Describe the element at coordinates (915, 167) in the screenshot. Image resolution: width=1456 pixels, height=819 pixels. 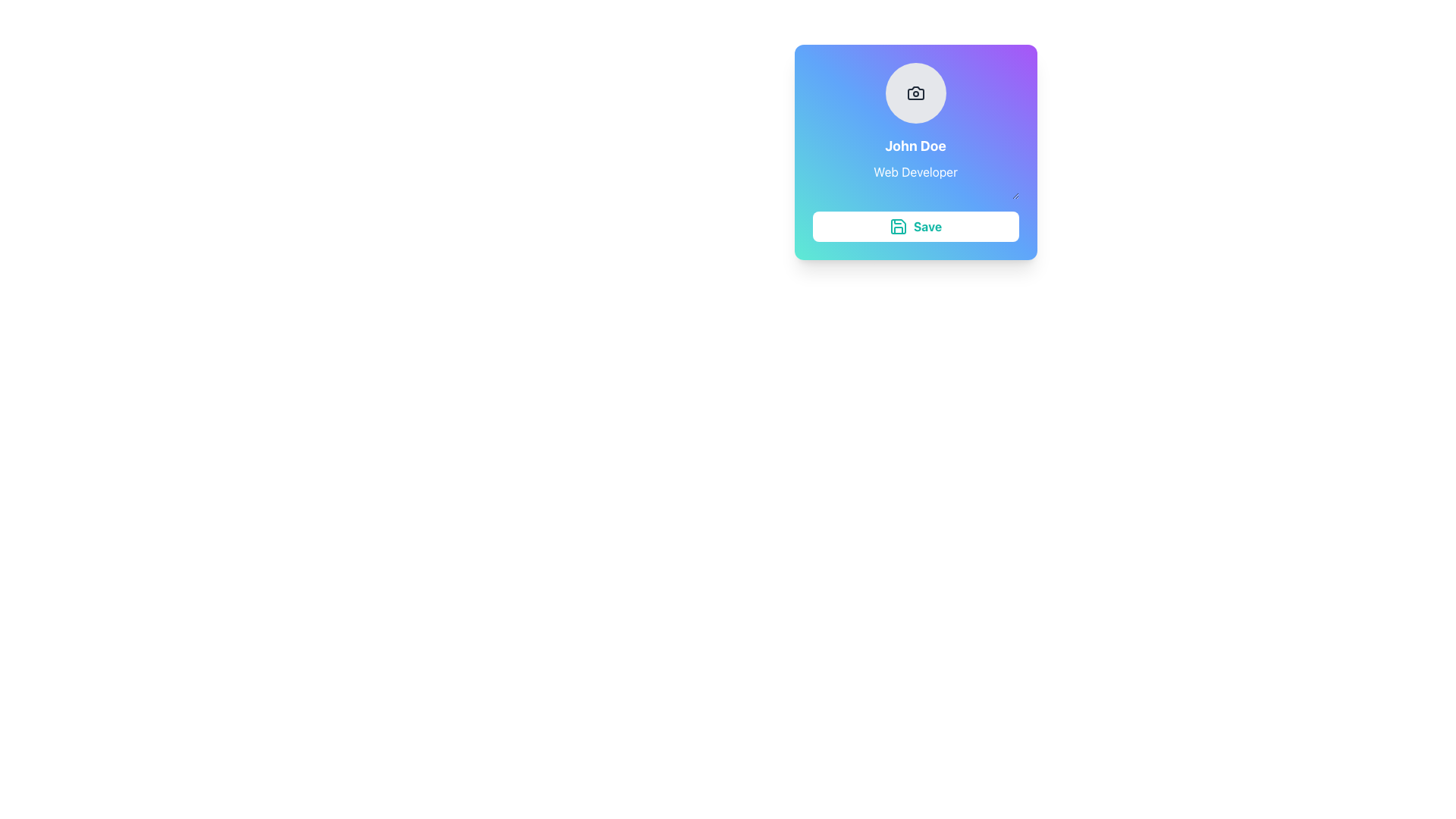
I see `the text label indicating the profession or role of 'John Doe', which is positioned below the name and above the 'Save' button` at that location.